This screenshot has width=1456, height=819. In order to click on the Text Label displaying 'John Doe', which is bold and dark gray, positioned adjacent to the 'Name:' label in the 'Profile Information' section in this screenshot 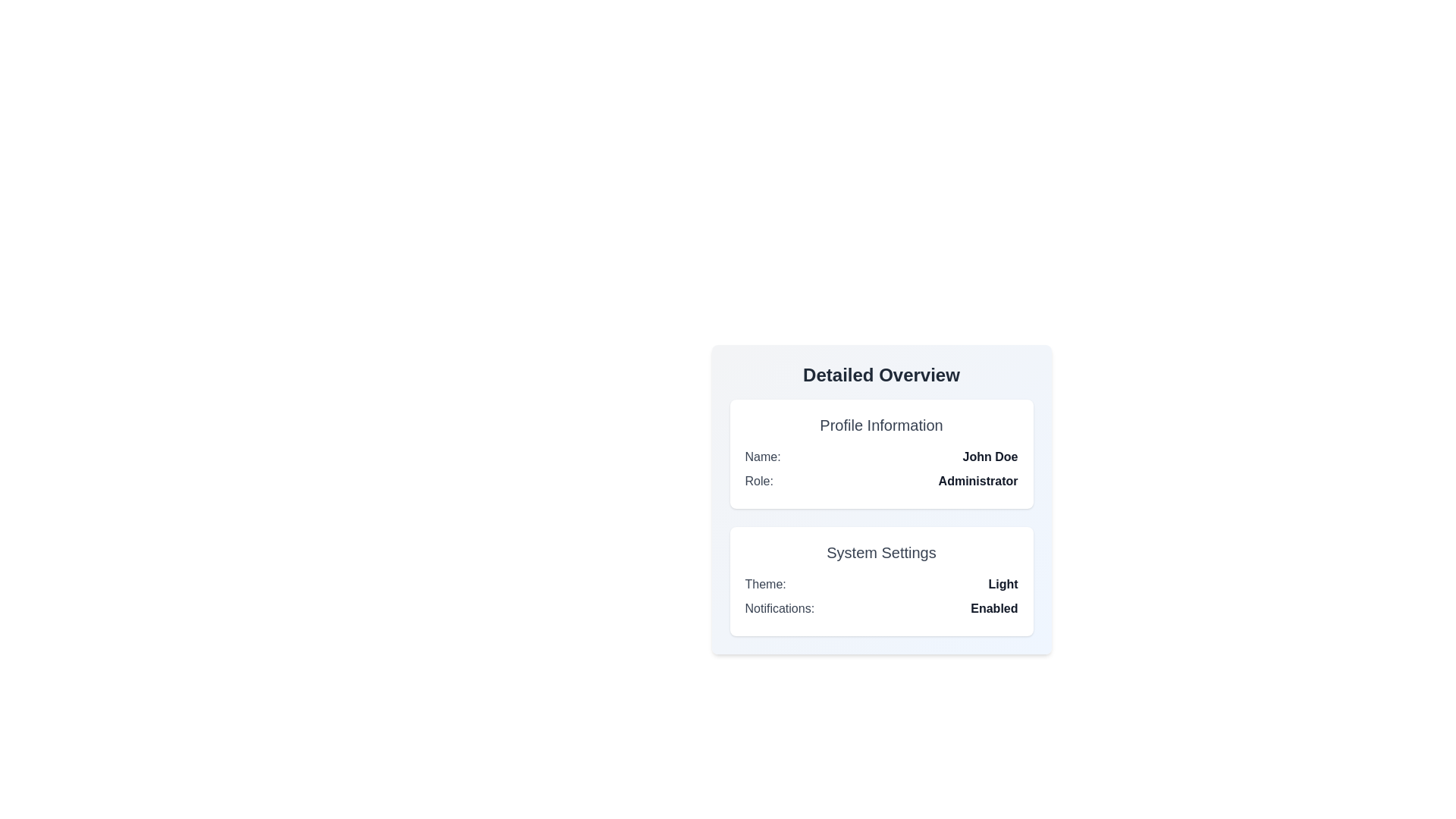, I will do `click(990, 456)`.